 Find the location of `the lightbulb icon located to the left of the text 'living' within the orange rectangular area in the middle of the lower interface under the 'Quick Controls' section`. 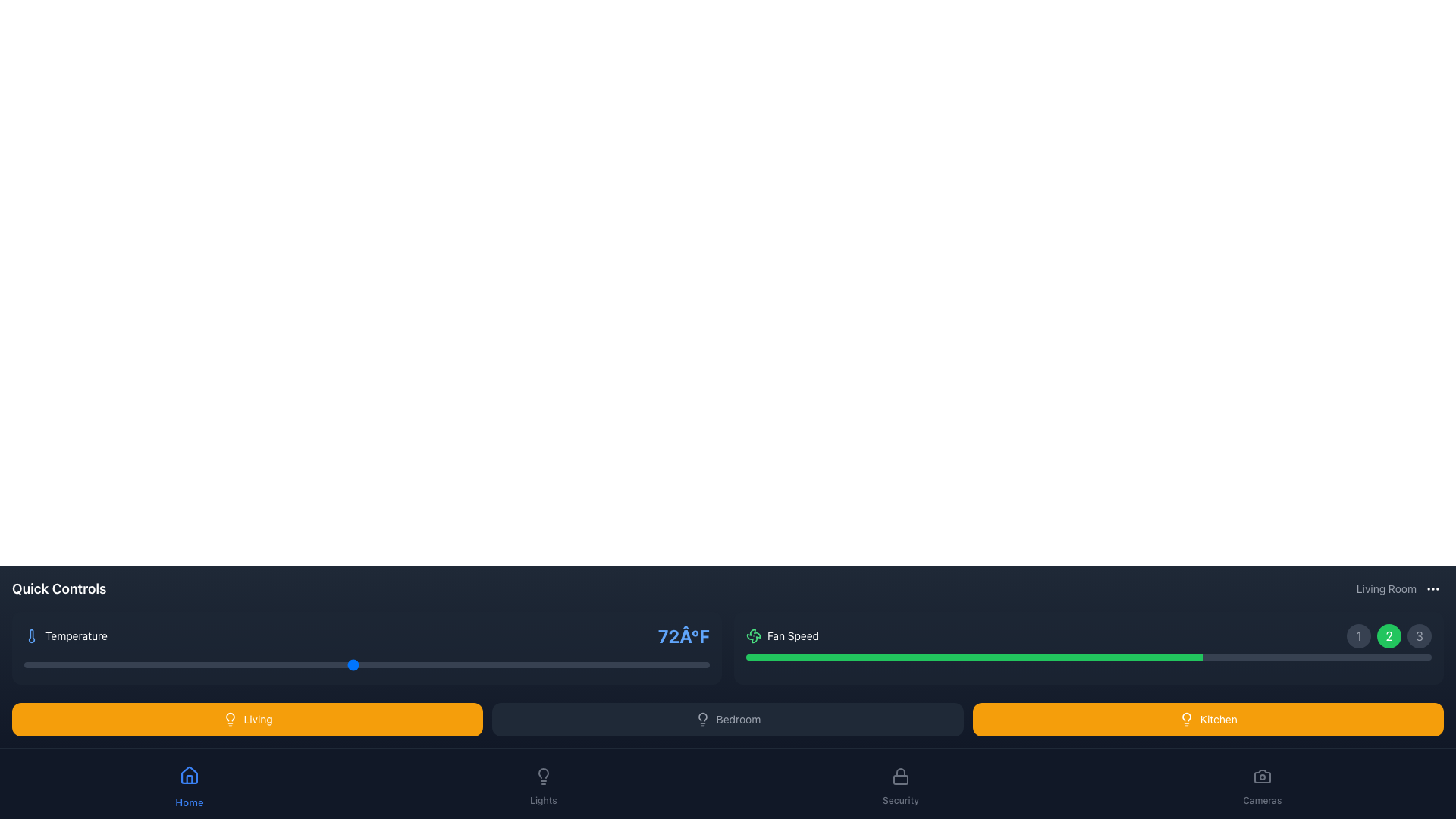

the lightbulb icon located to the left of the text 'living' within the orange rectangular area in the middle of the lower interface under the 'Quick Controls' section is located at coordinates (229, 718).